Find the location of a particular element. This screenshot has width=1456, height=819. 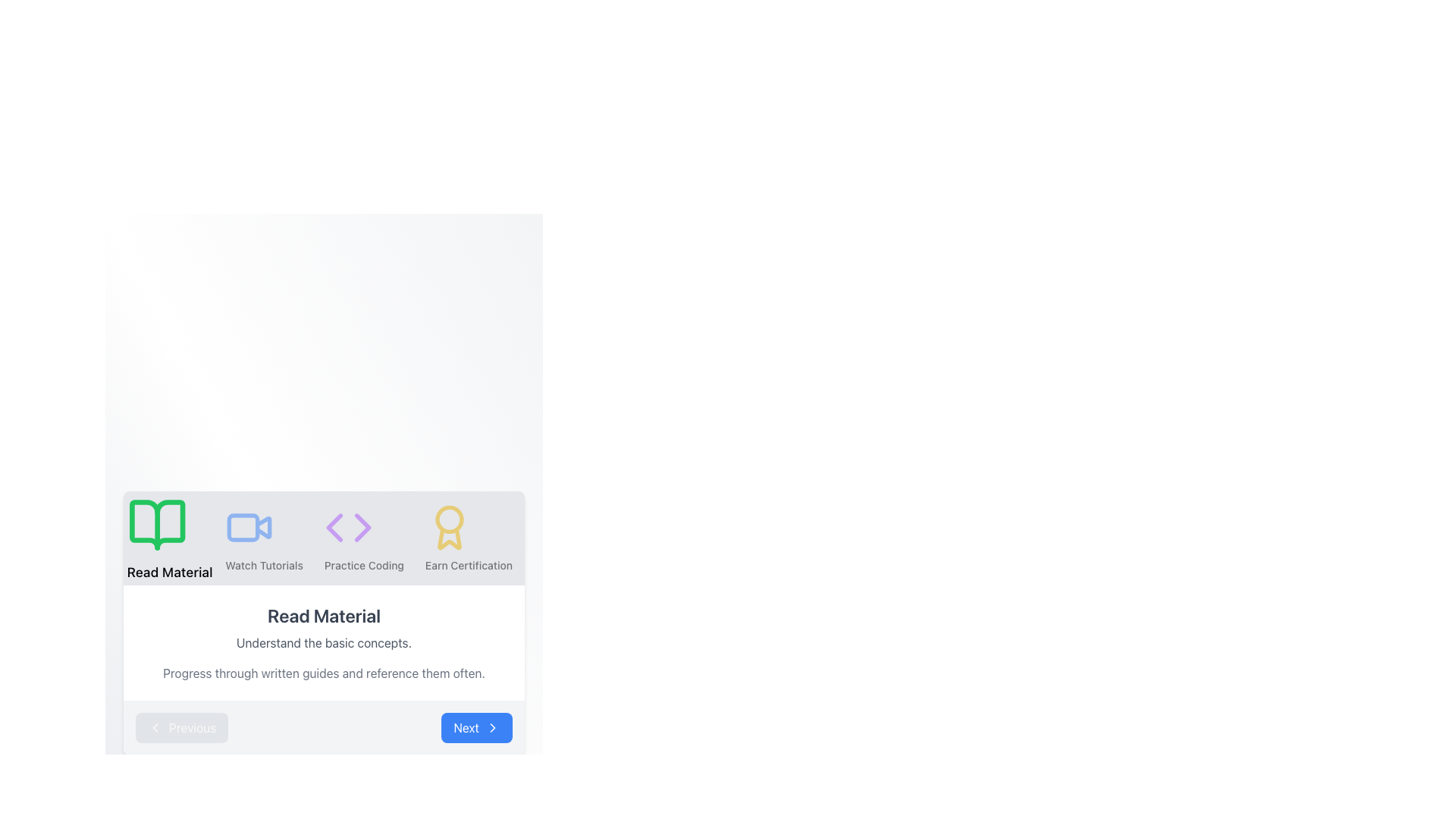

the central circular decorative element of the award icon located on the far right of the horizontal menu, adjacent to the 'Earn Certification' label is located at coordinates (448, 519).